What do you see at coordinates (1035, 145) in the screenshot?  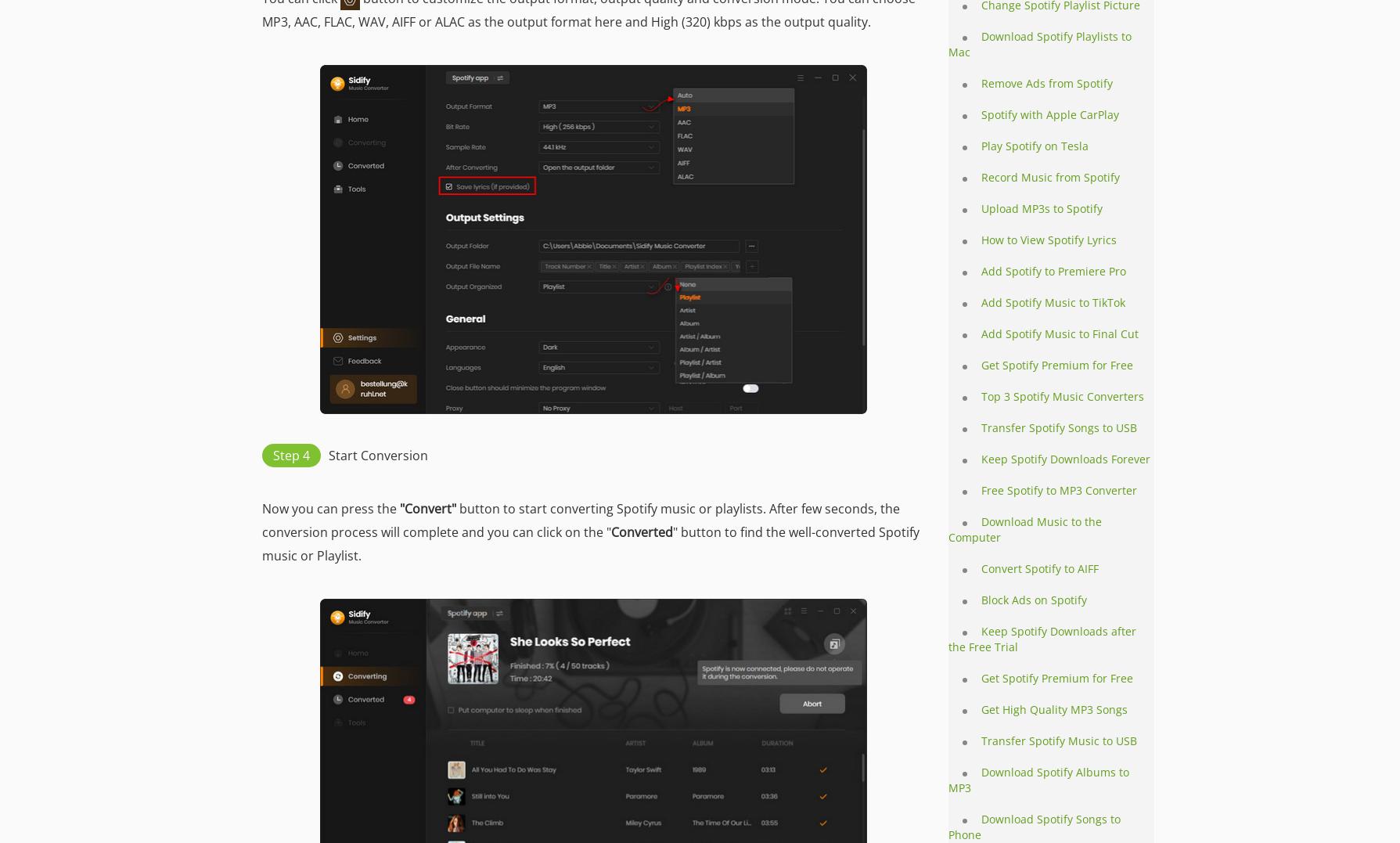 I see `'Play Spotify on Tesla'` at bounding box center [1035, 145].